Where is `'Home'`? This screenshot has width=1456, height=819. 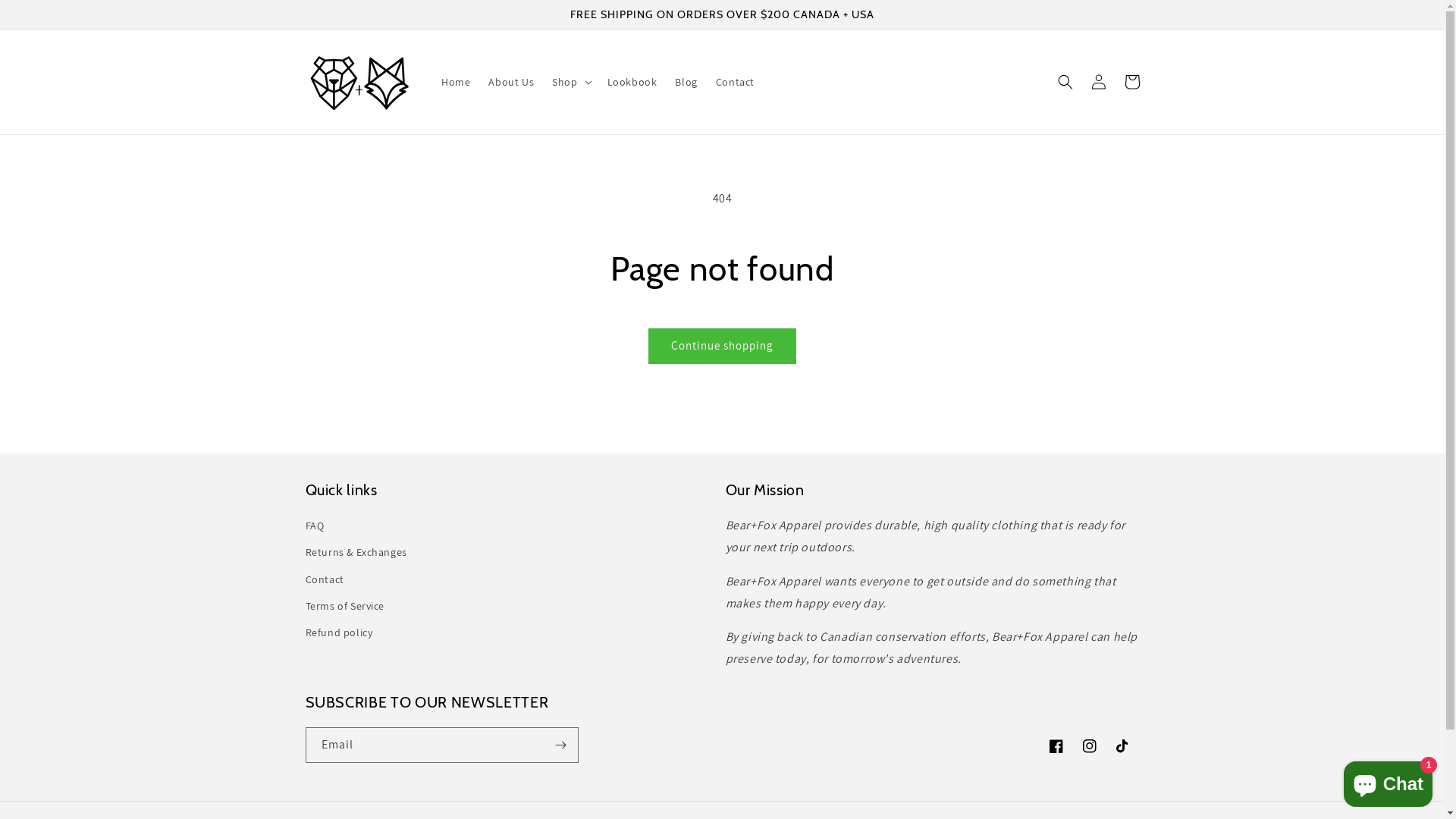 'Home' is located at coordinates (431, 82).